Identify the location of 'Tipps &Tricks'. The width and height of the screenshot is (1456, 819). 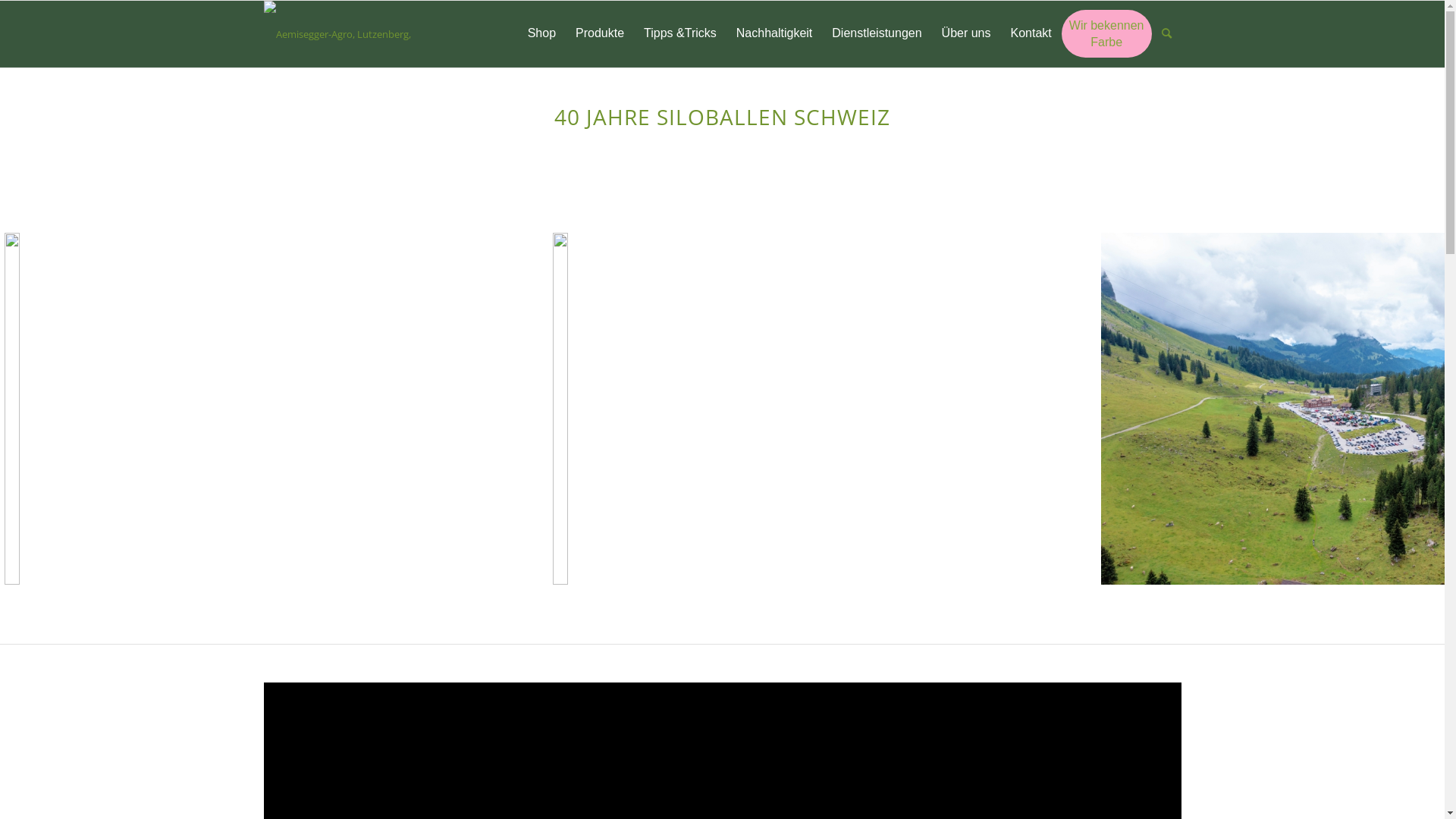
(679, 34).